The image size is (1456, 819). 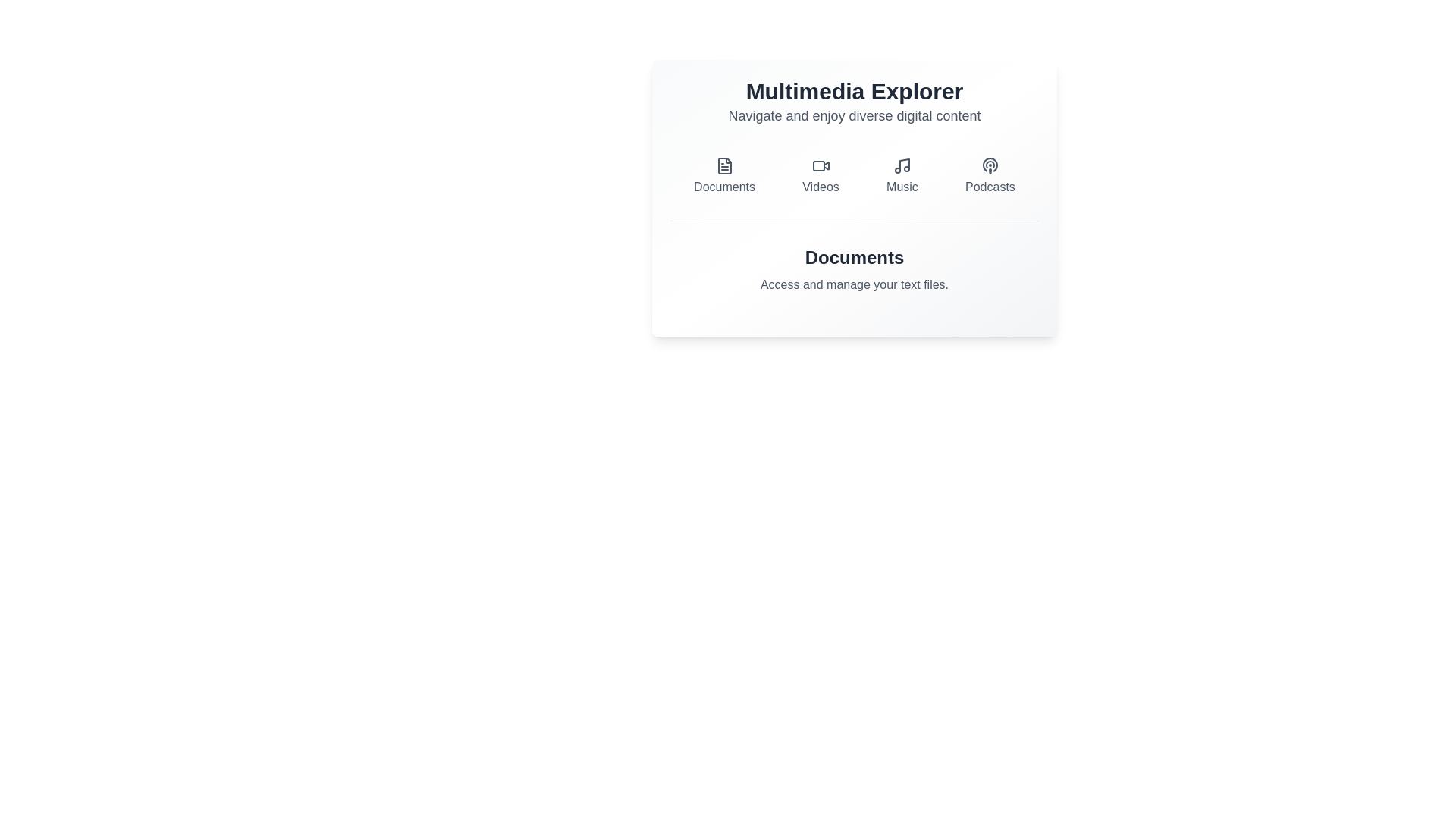 What do you see at coordinates (902, 175) in the screenshot?
I see `the category button for Music` at bounding box center [902, 175].